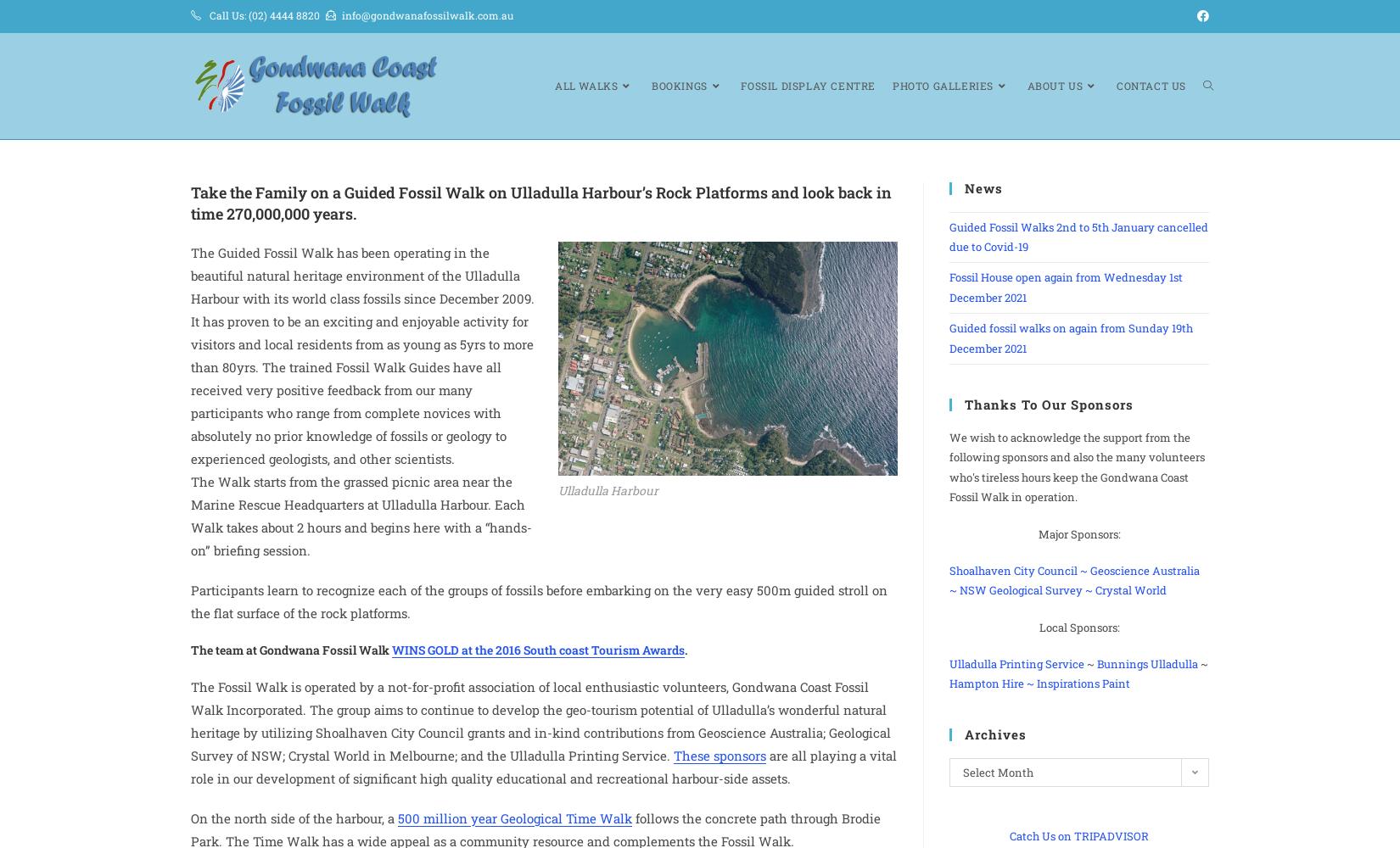  Describe the element at coordinates (361, 354) in the screenshot. I see `'The Guided Fossil Walk has been operating in the beautiful natural heritage environment of the Ulladulla Harbour with its world class fossils since December 2009. It has proven to be an exciting and enjoyable activity for visitors and local residents from as young as 5yrs to more than 80yrs. The trained Fossil Walk Guides have all received very positive feedback from our many participants who range from complete novices with absolutely no prior knowledge of fossils or geology to experienced geologists, and other scientists.'` at that location.